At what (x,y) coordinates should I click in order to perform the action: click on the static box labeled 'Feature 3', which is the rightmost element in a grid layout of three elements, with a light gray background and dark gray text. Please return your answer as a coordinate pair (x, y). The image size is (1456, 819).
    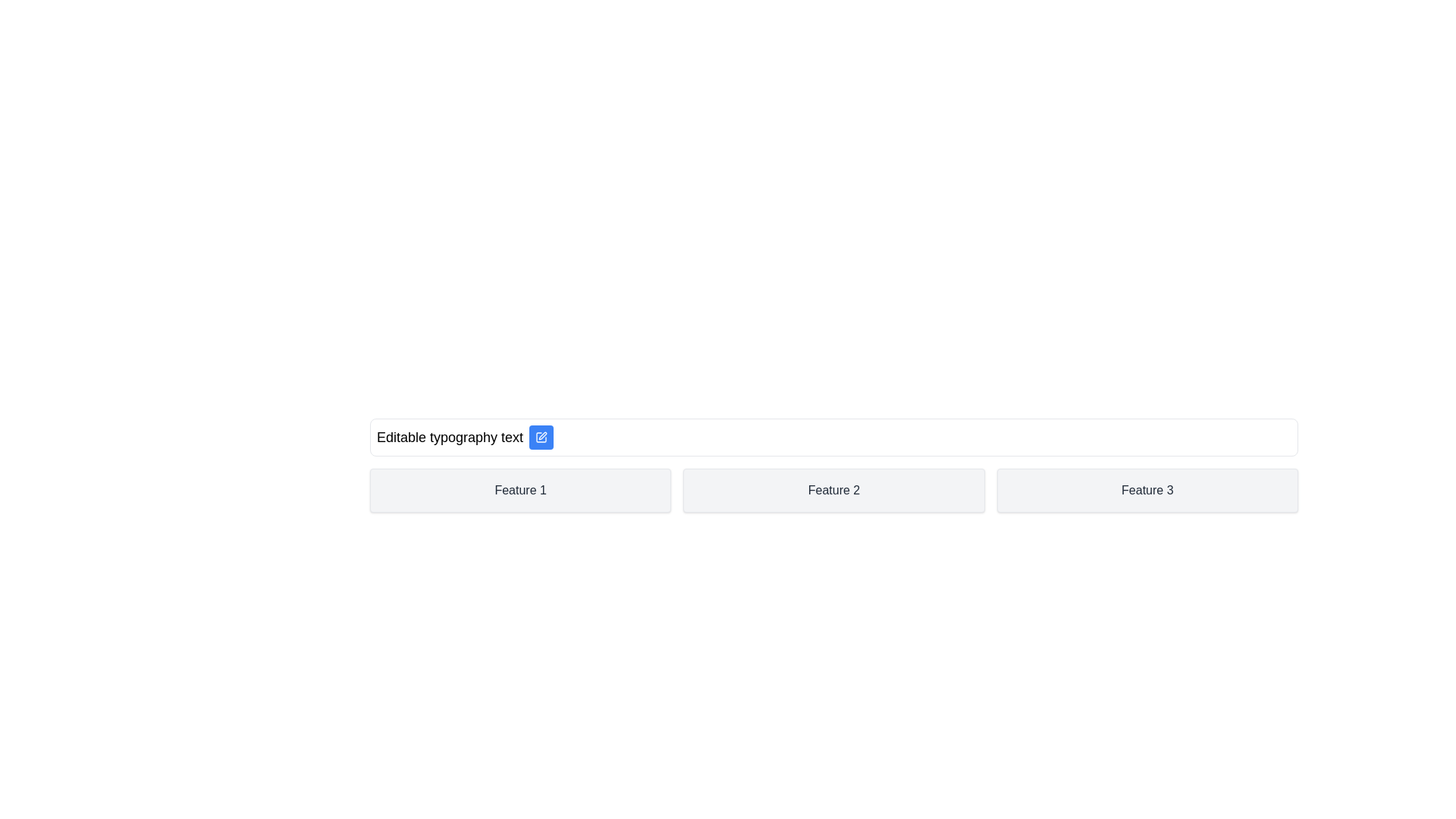
    Looking at the image, I should click on (1147, 491).